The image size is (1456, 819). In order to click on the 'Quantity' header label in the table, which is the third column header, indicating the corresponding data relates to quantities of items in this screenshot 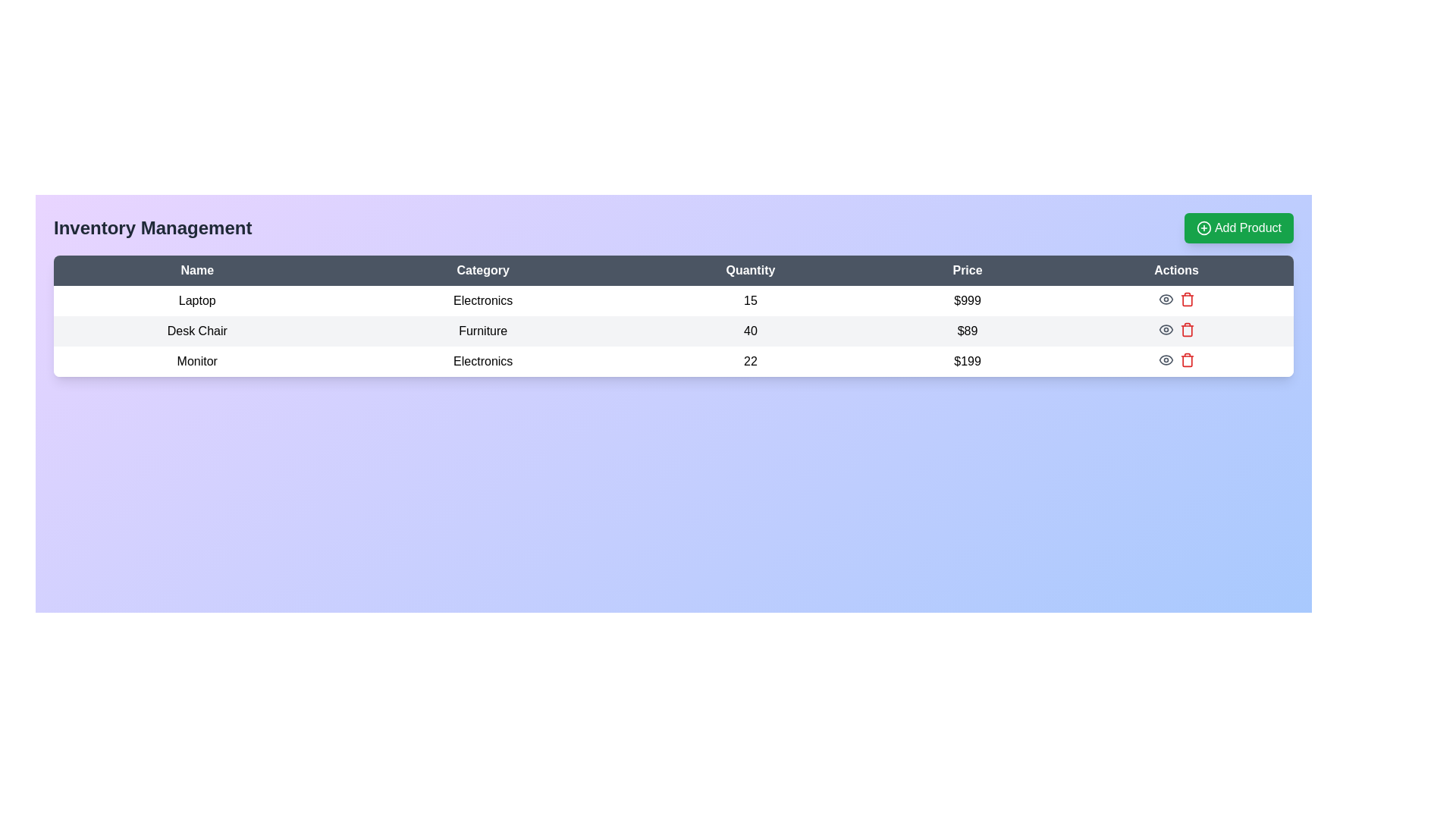, I will do `click(750, 270)`.